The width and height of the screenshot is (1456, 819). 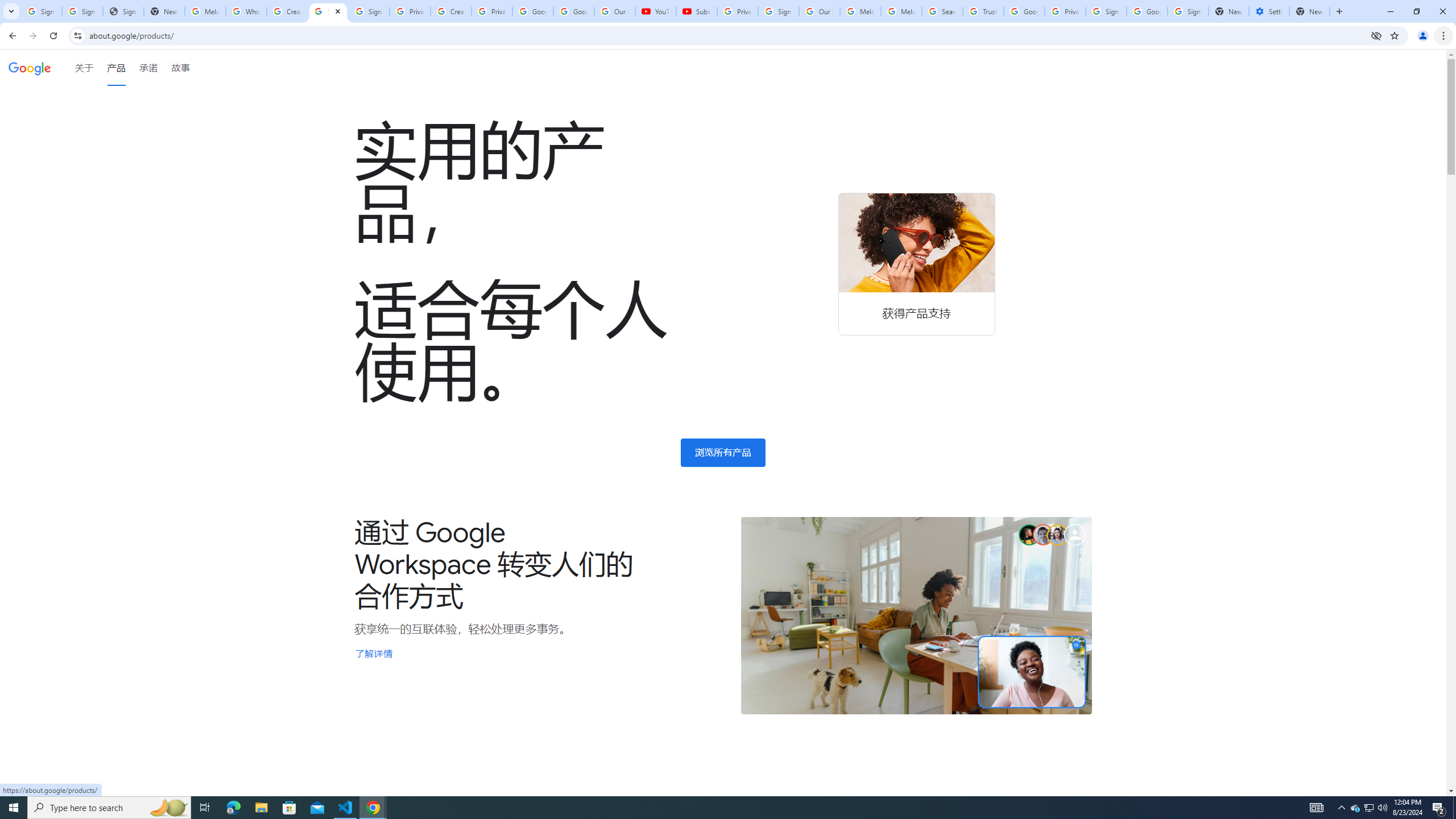 What do you see at coordinates (123, 11) in the screenshot?
I see `'Sign In - USA TODAY'` at bounding box center [123, 11].